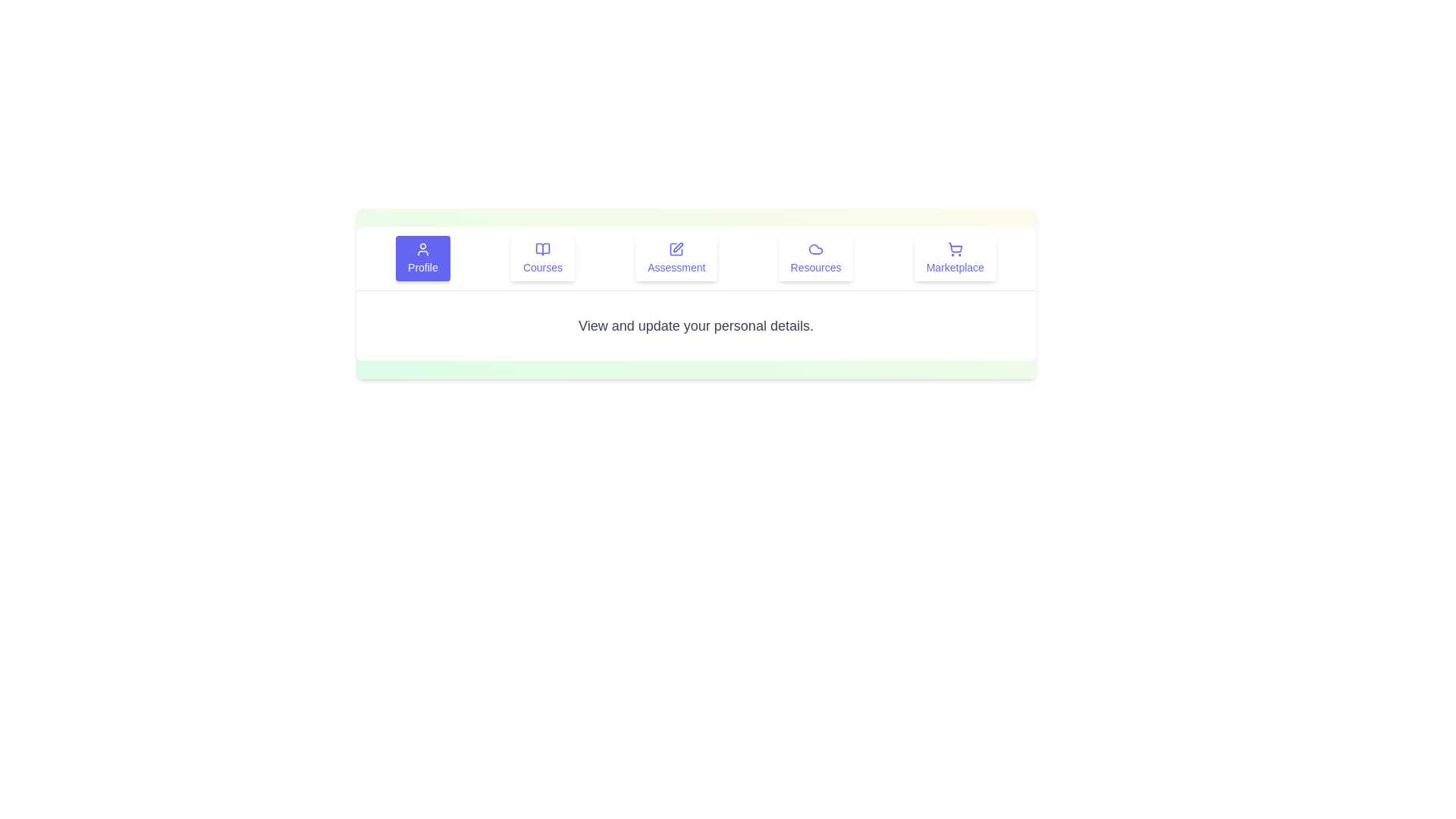  I want to click on the editing or assessment icon located centrally at the top section of the 'Assessment' button, which is the third button in a horizontal row between 'Courses' and 'Resources', so click(676, 248).